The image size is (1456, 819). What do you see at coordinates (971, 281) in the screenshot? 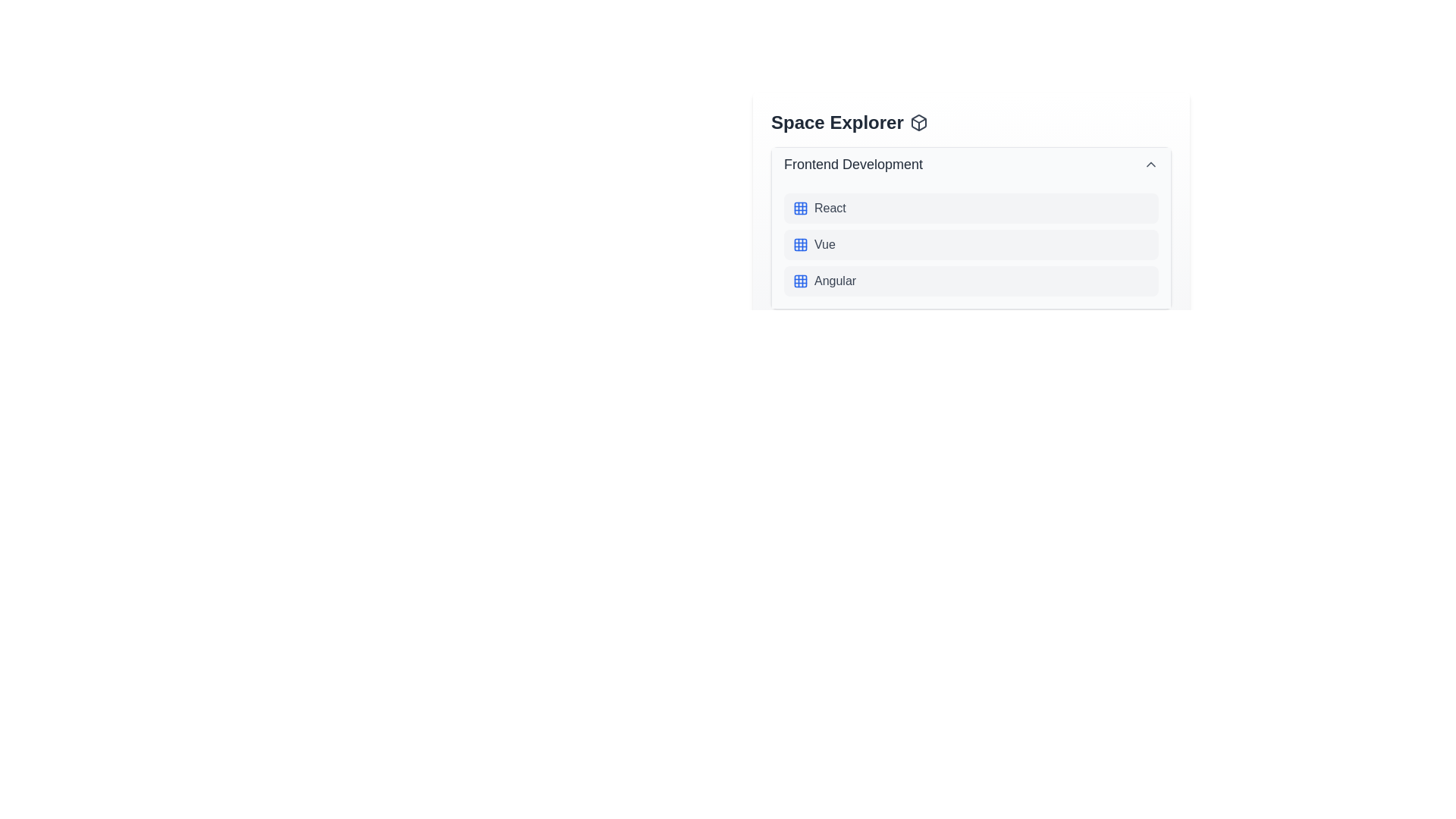
I see `the 'Angular' option in the 'Frontend Development' category, which is the last item in the list after 'React' and 'Vue'` at bounding box center [971, 281].